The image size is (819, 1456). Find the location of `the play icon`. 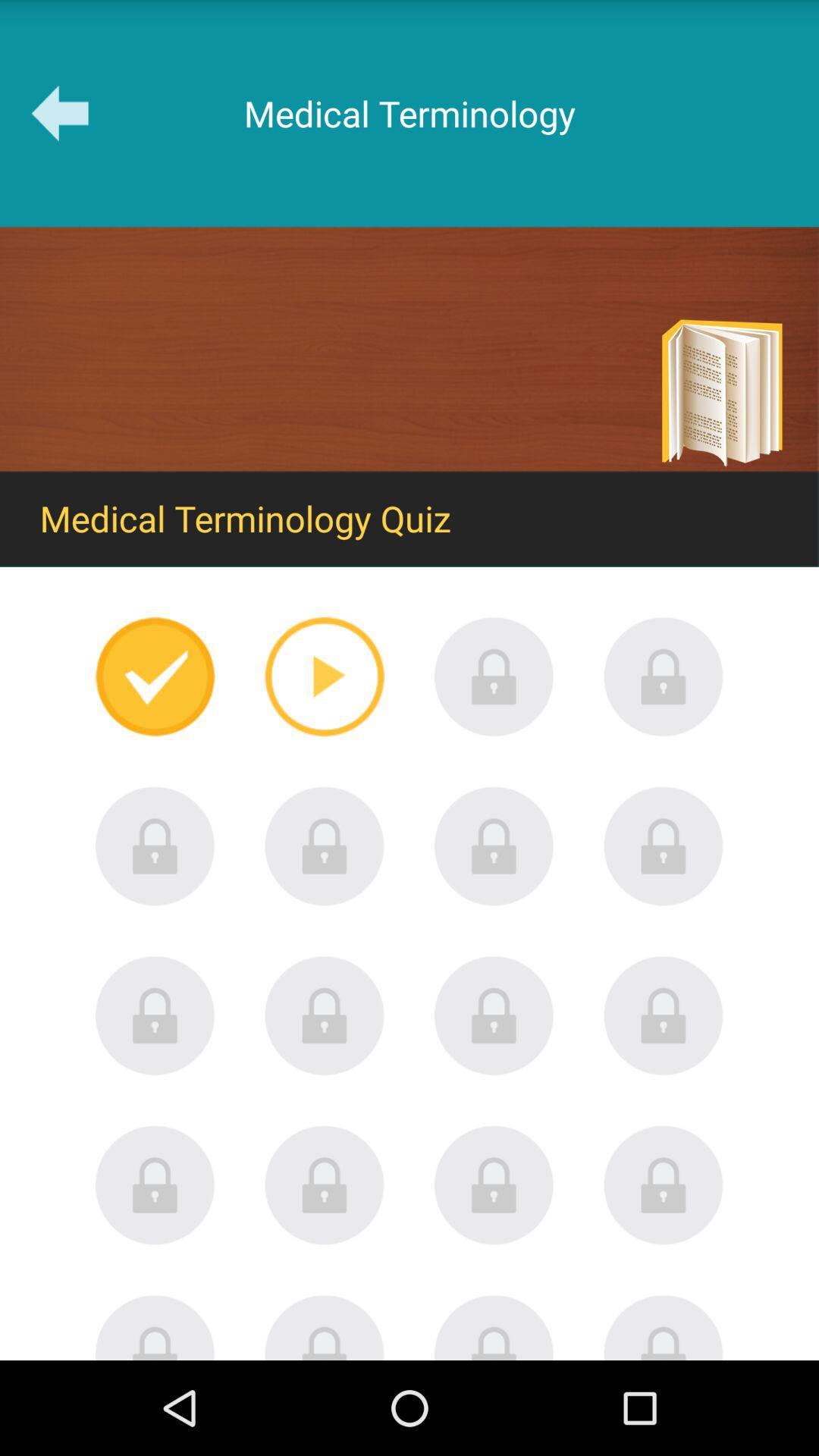

the play icon is located at coordinates (324, 723).